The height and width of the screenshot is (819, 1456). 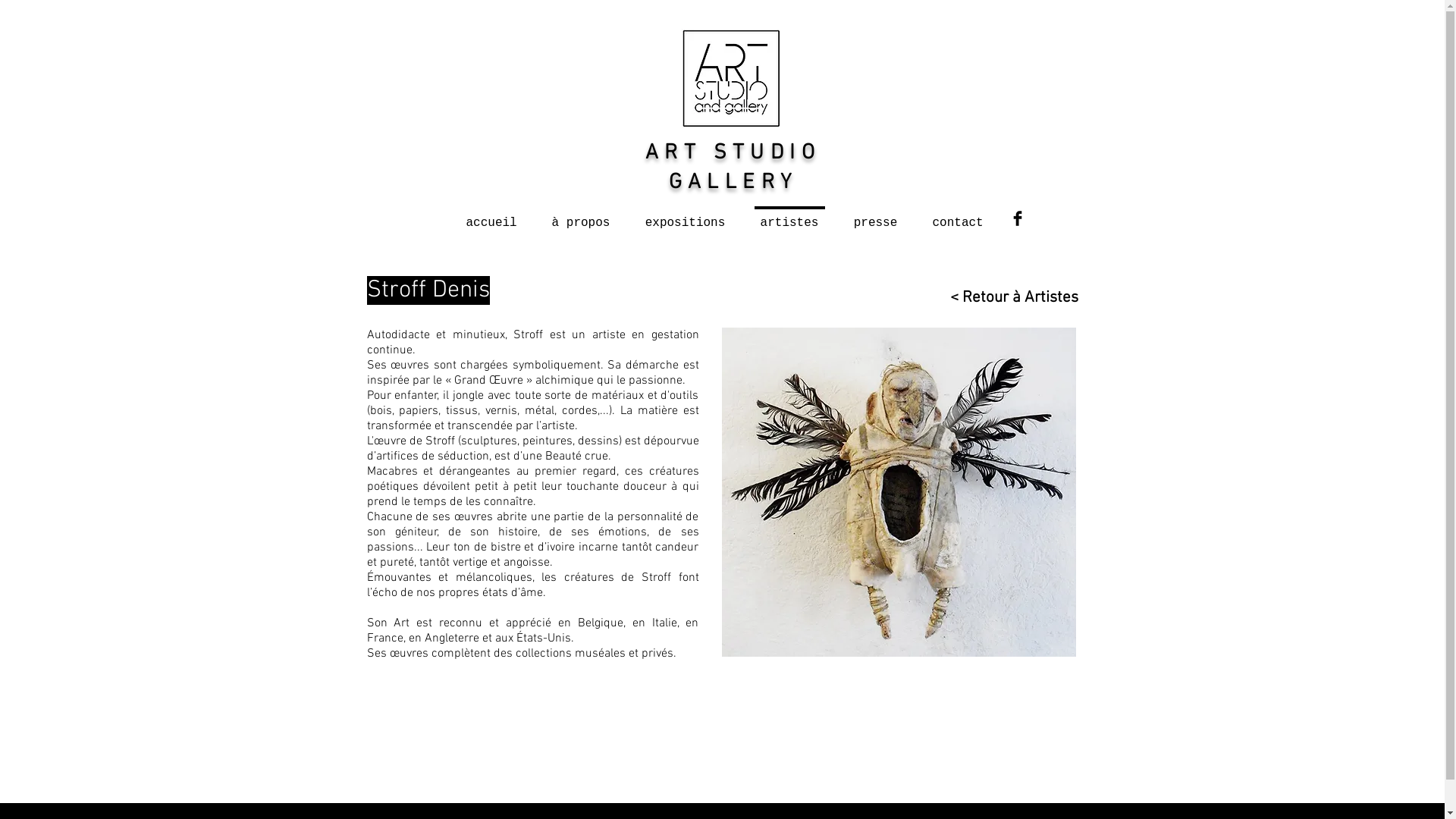 What do you see at coordinates (956, 216) in the screenshot?
I see `'contact'` at bounding box center [956, 216].